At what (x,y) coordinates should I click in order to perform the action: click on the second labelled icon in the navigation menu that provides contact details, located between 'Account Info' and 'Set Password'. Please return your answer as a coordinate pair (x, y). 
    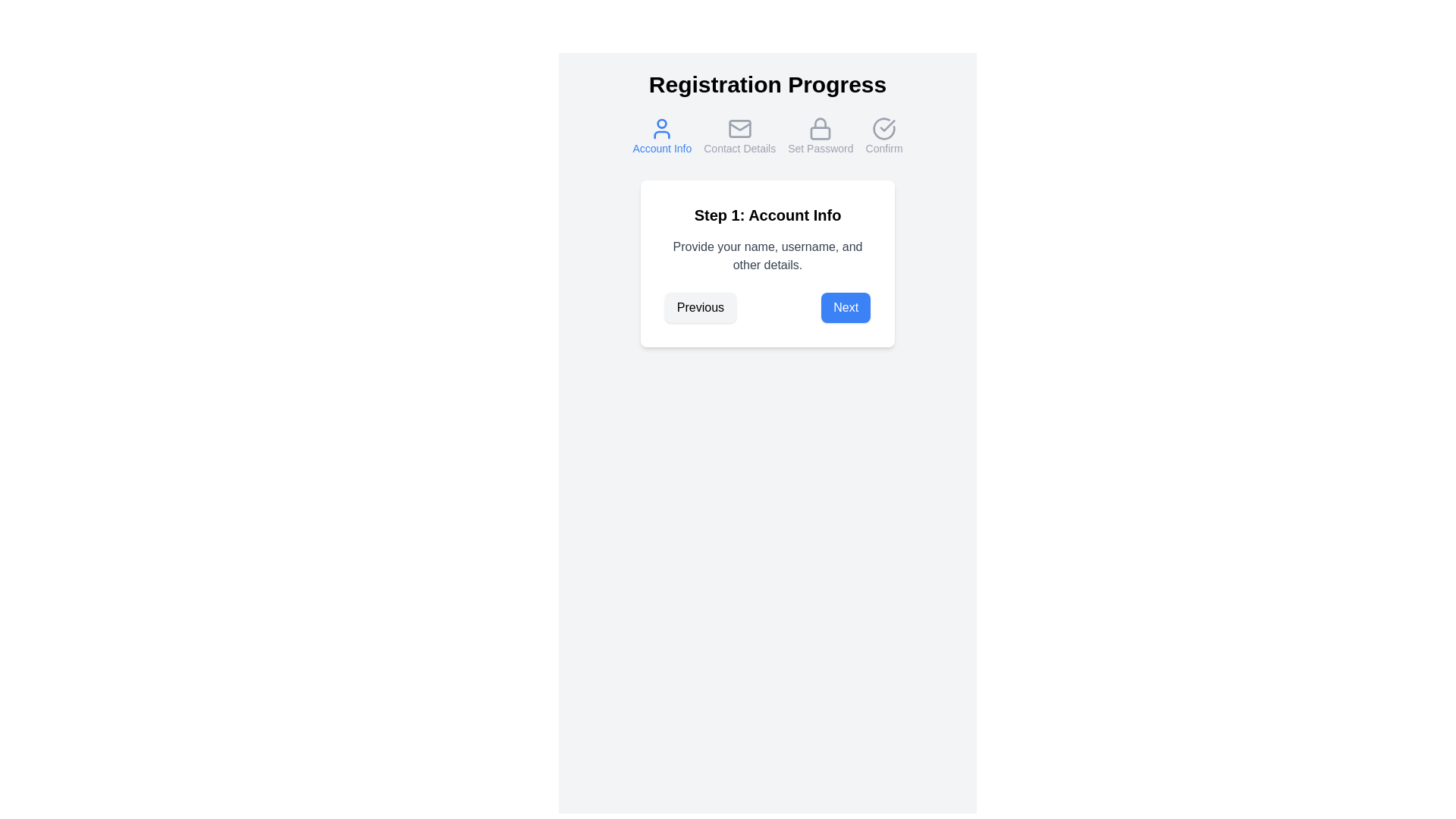
    Looking at the image, I should click on (739, 136).